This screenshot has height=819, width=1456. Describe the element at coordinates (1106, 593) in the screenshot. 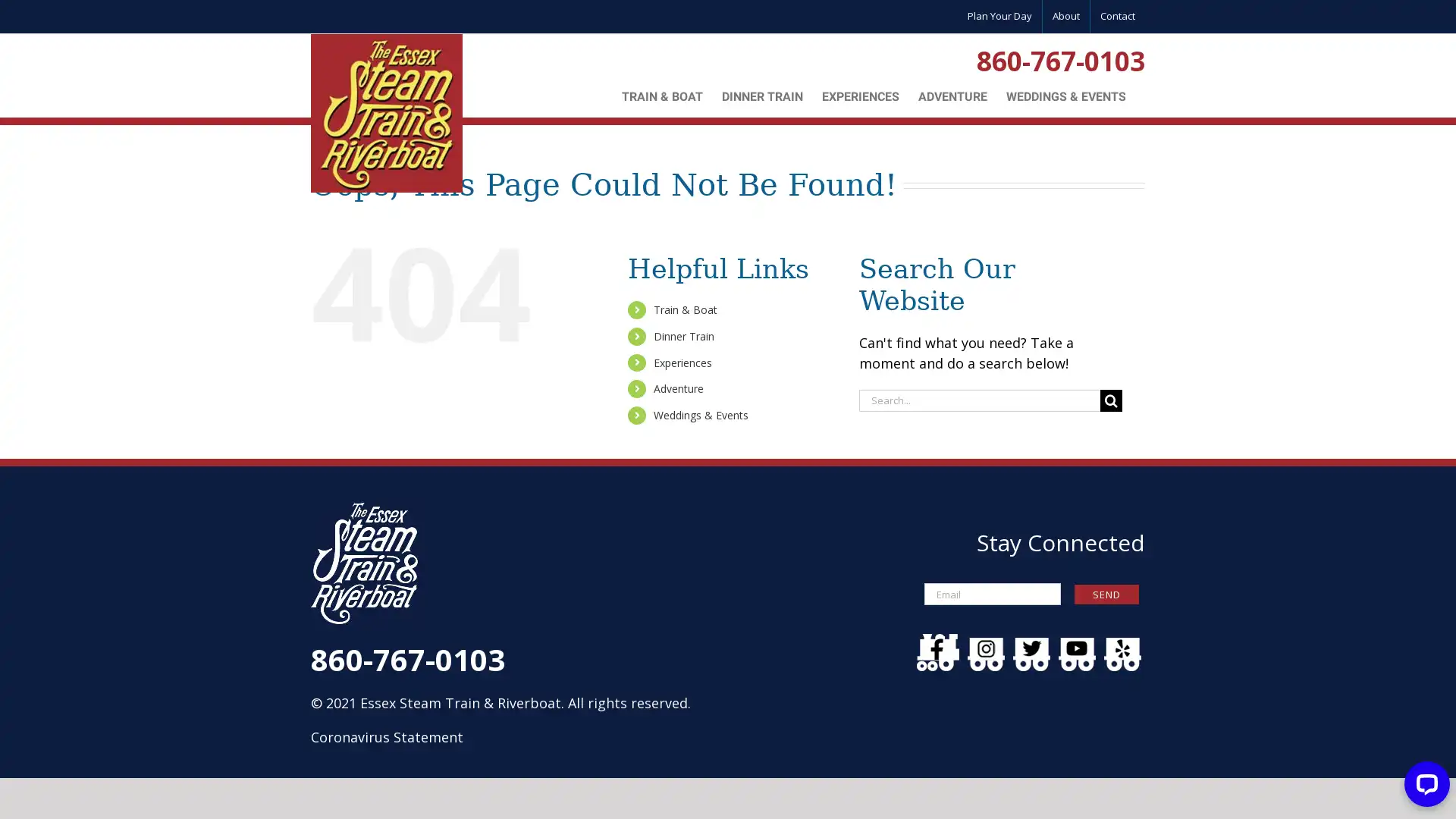

I see `Send` at that location.